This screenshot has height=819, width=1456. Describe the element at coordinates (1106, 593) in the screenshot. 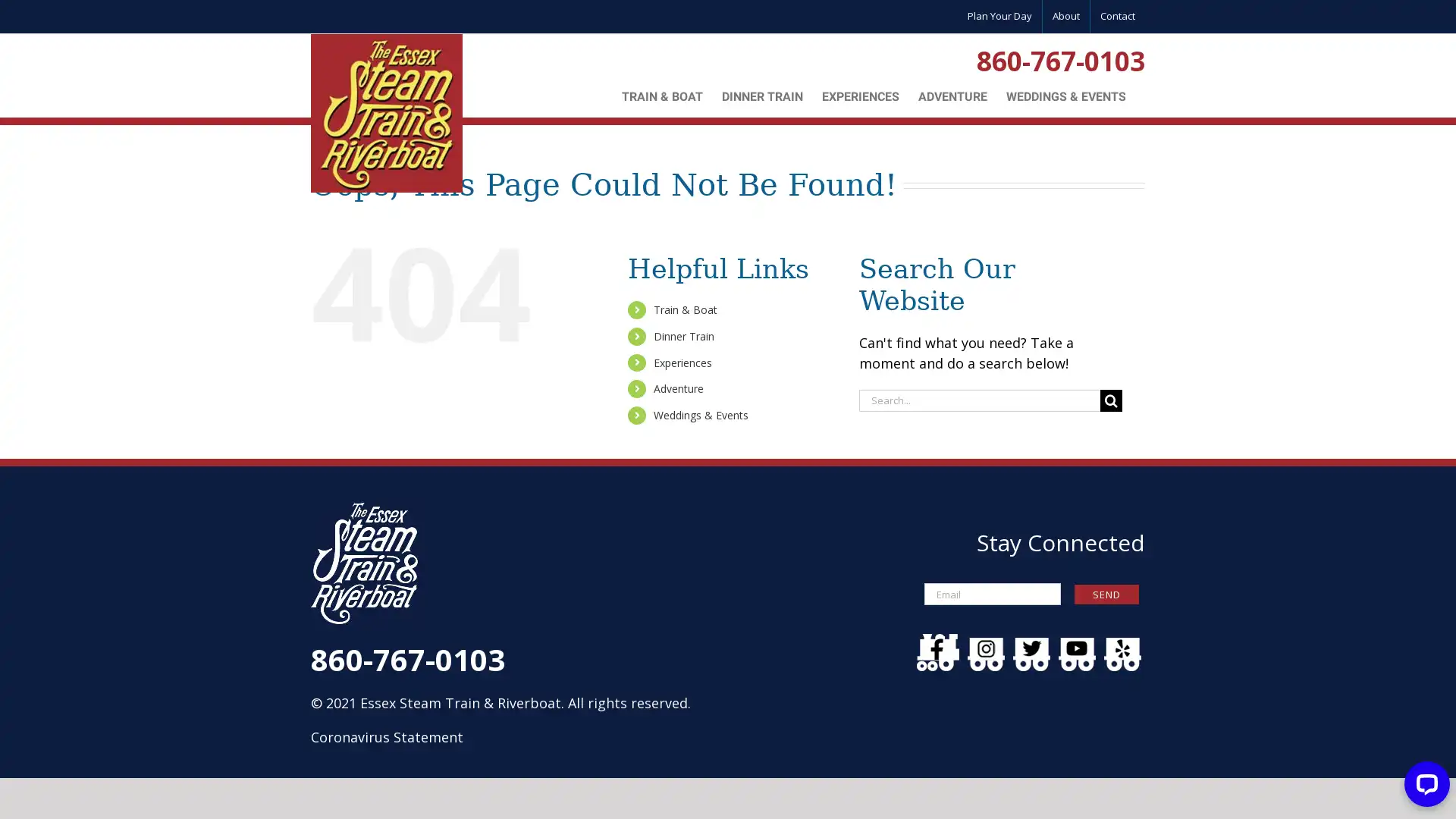

I see `Send` at that location.